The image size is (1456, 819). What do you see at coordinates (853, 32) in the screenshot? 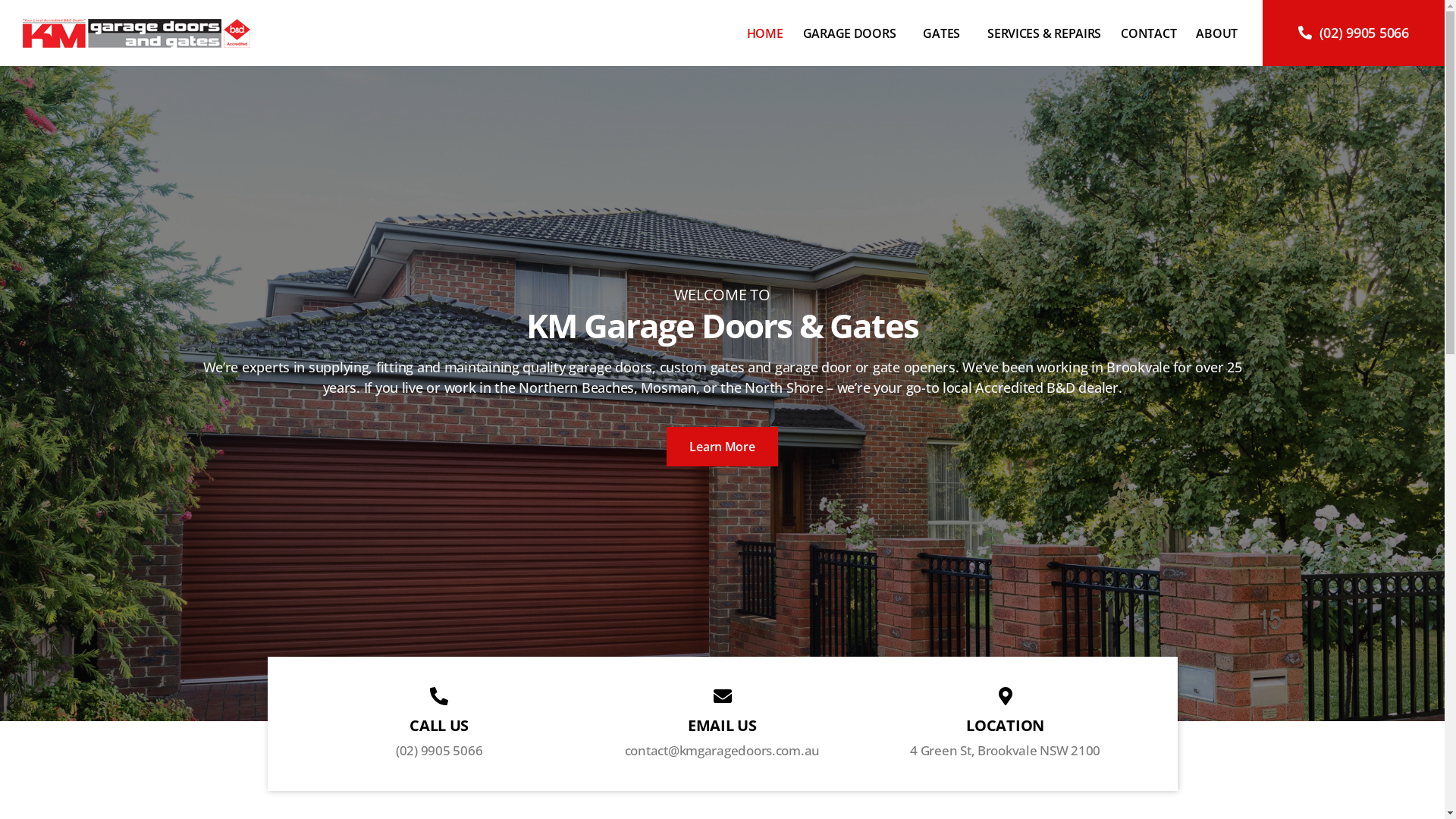
I see `'GARAGE DOORS'` at bounding box center [853, 32].